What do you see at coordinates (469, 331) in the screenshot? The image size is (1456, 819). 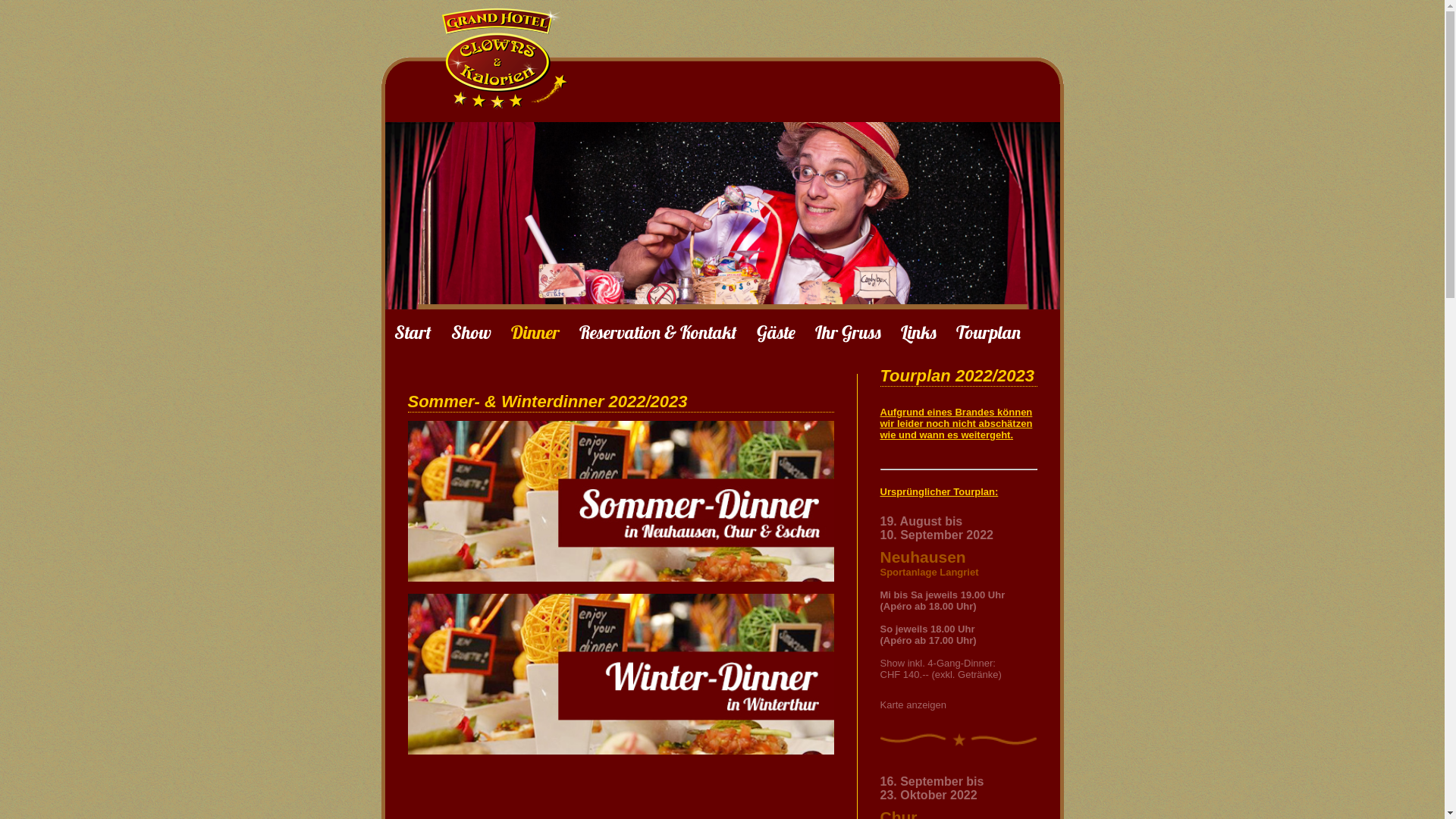 I see `'Show'` at bounding box center [469, 331].